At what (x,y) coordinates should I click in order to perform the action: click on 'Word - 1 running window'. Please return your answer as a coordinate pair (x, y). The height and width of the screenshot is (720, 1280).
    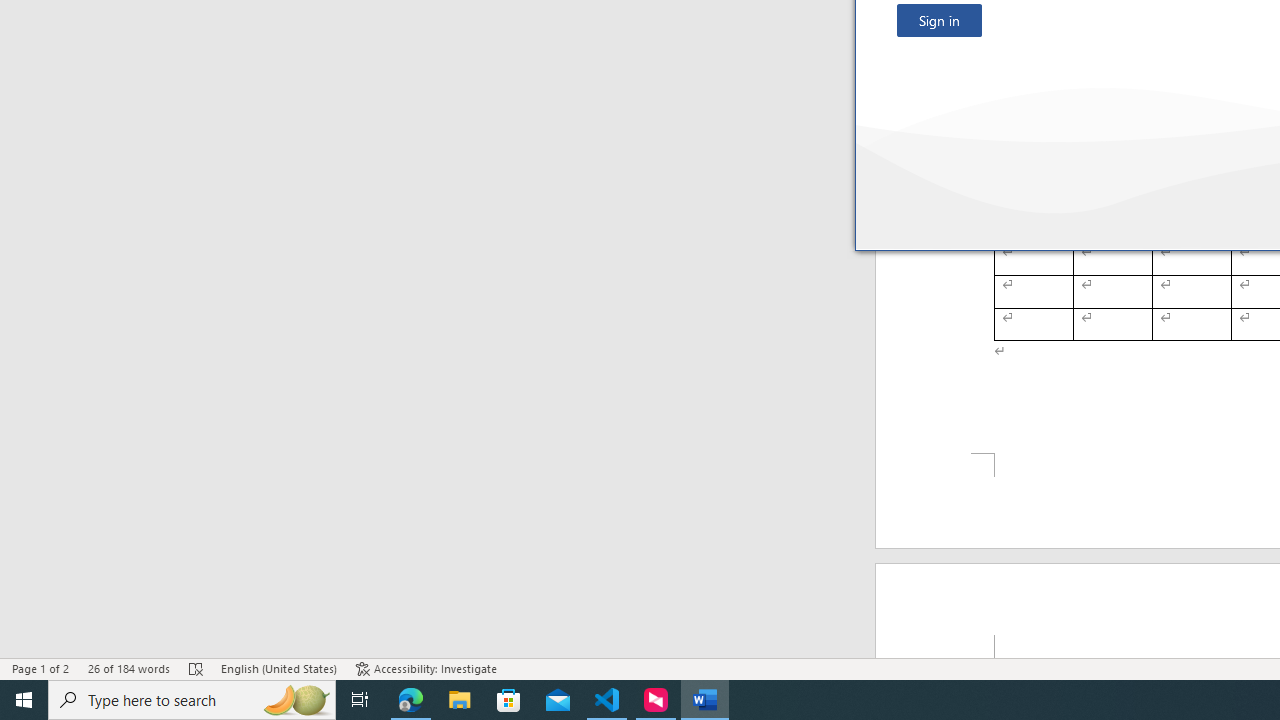
    Looking at the image, I should click on (705, 698).